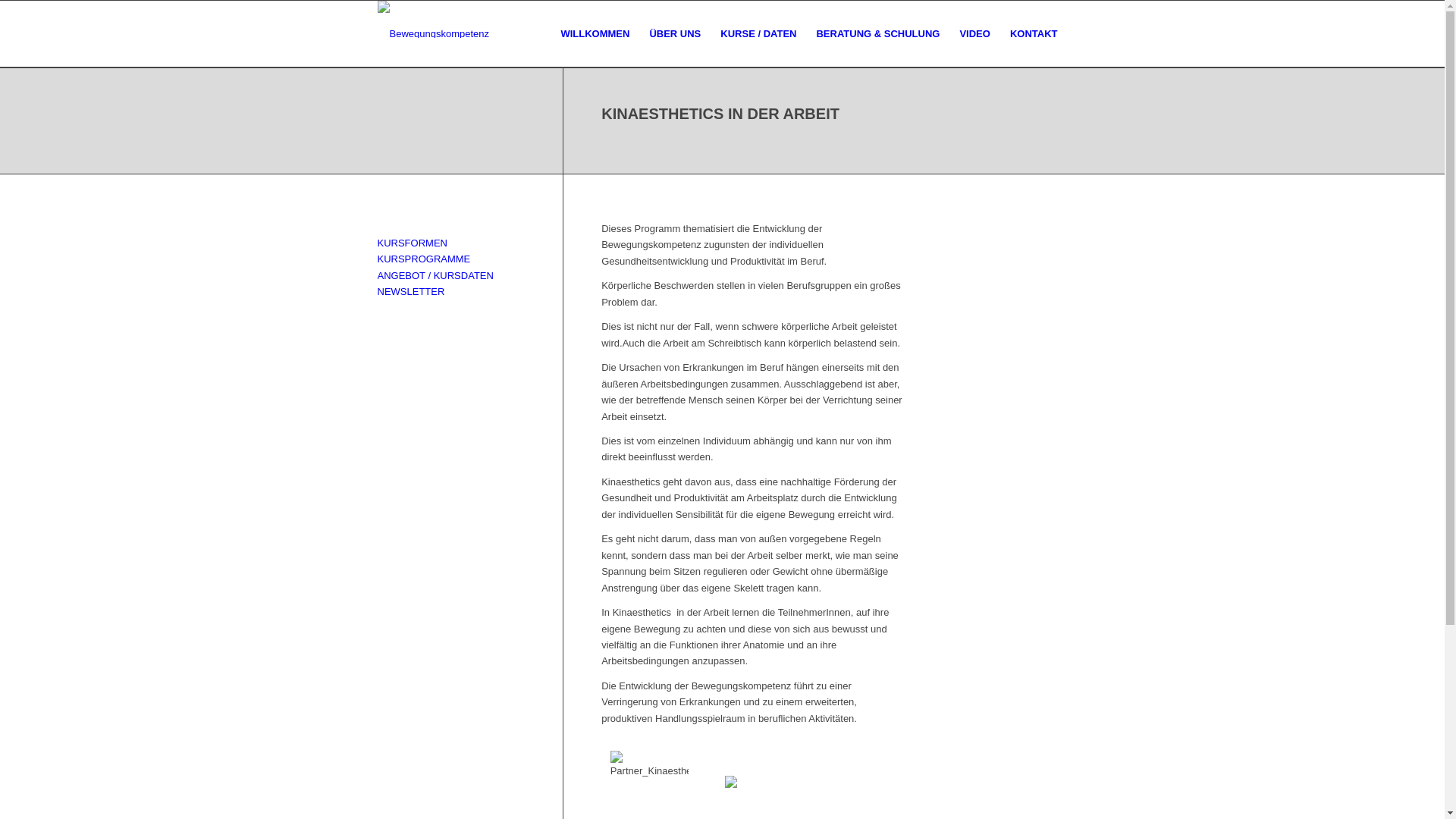  Describe the element at coordinates (378, 242) in the screenshot. I see `'KURSFORMEN'` at that location.